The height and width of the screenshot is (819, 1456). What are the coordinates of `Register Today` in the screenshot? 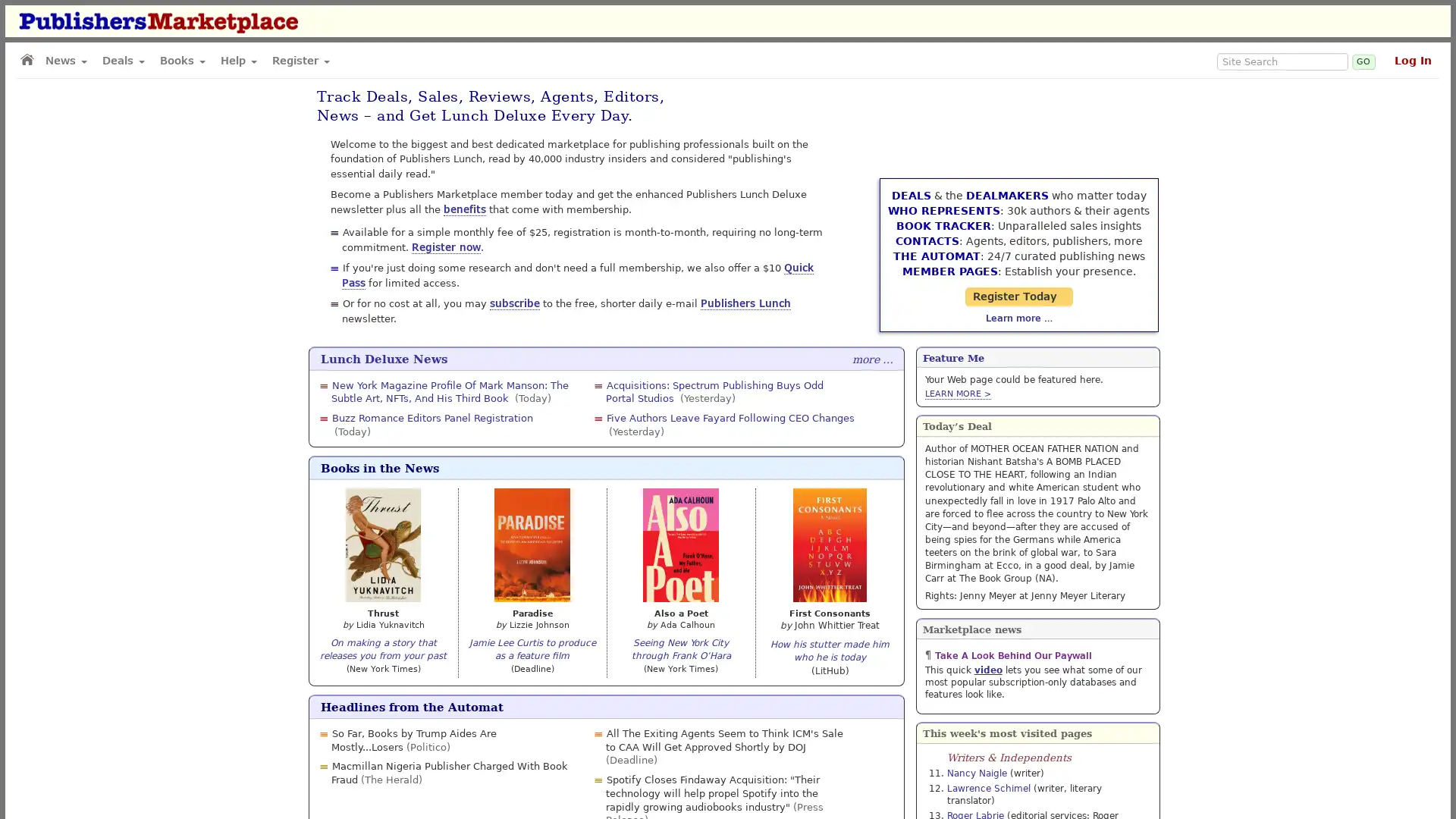 It's located at (1037, 265).